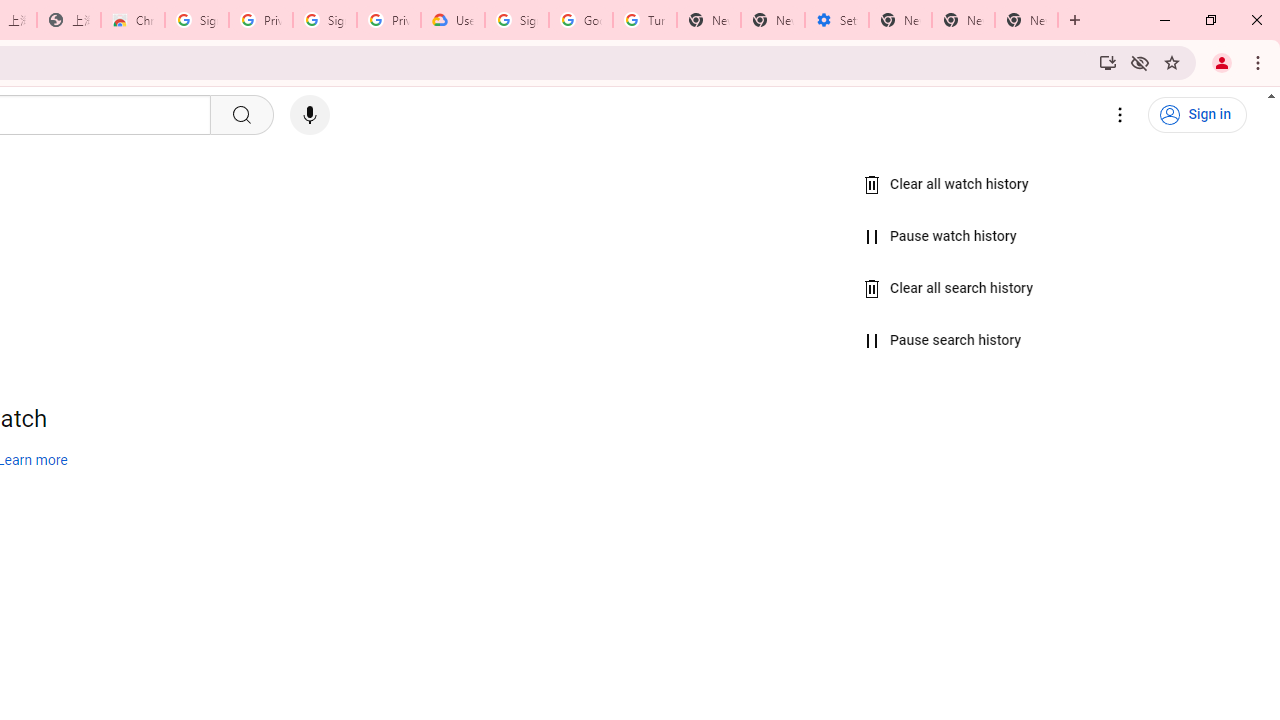 The width and height of the screenshot is (1280, 720). Describe the element at coordinates (197, 20) in the screenshot. I see `'Sign in - Google Accounts'` at that location.